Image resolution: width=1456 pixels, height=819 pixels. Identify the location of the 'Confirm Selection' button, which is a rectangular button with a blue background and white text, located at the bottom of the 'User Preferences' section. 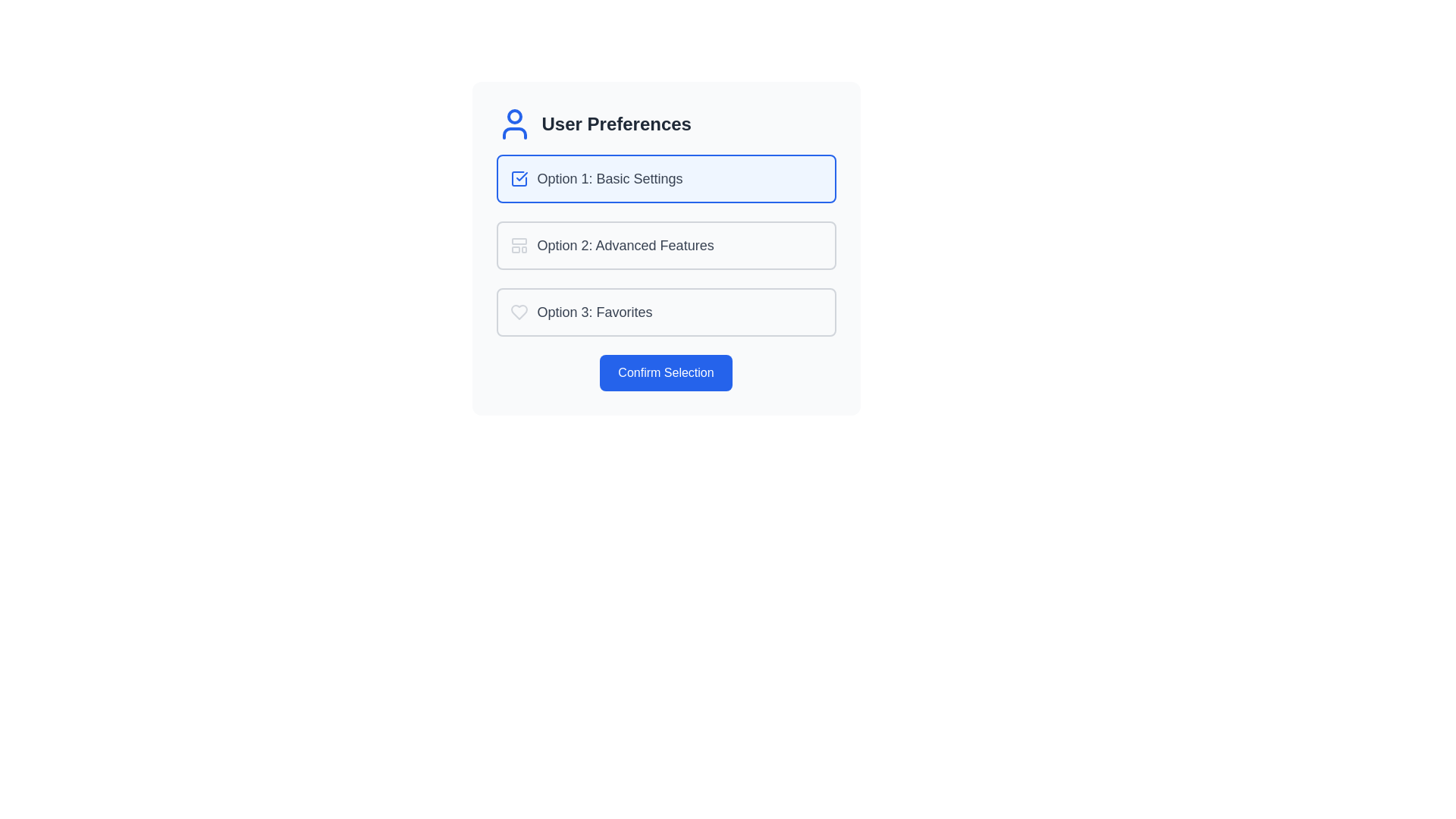
(666, 373).